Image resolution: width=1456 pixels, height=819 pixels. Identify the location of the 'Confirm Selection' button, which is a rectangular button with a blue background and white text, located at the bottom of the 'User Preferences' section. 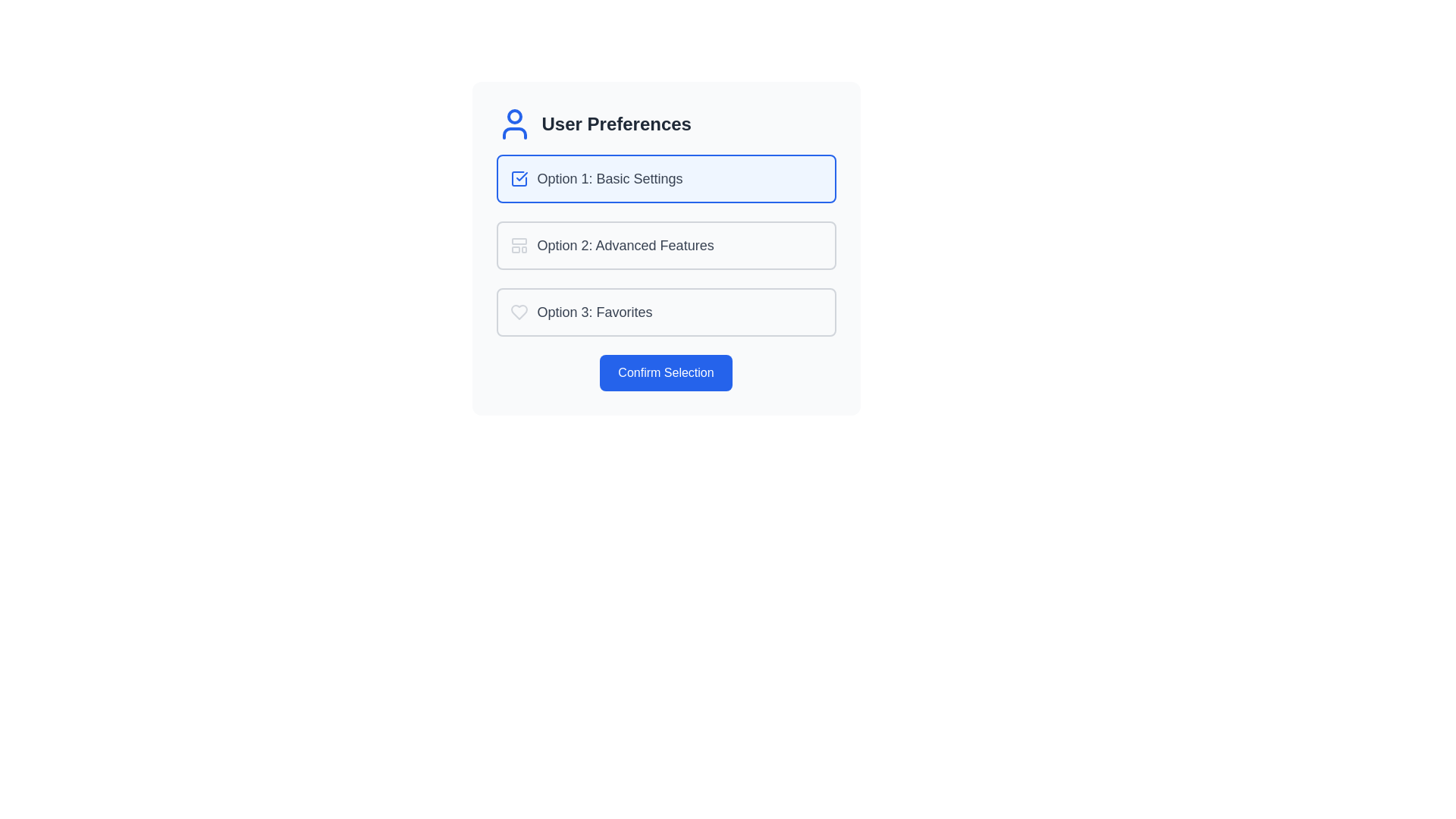
(666, 373).